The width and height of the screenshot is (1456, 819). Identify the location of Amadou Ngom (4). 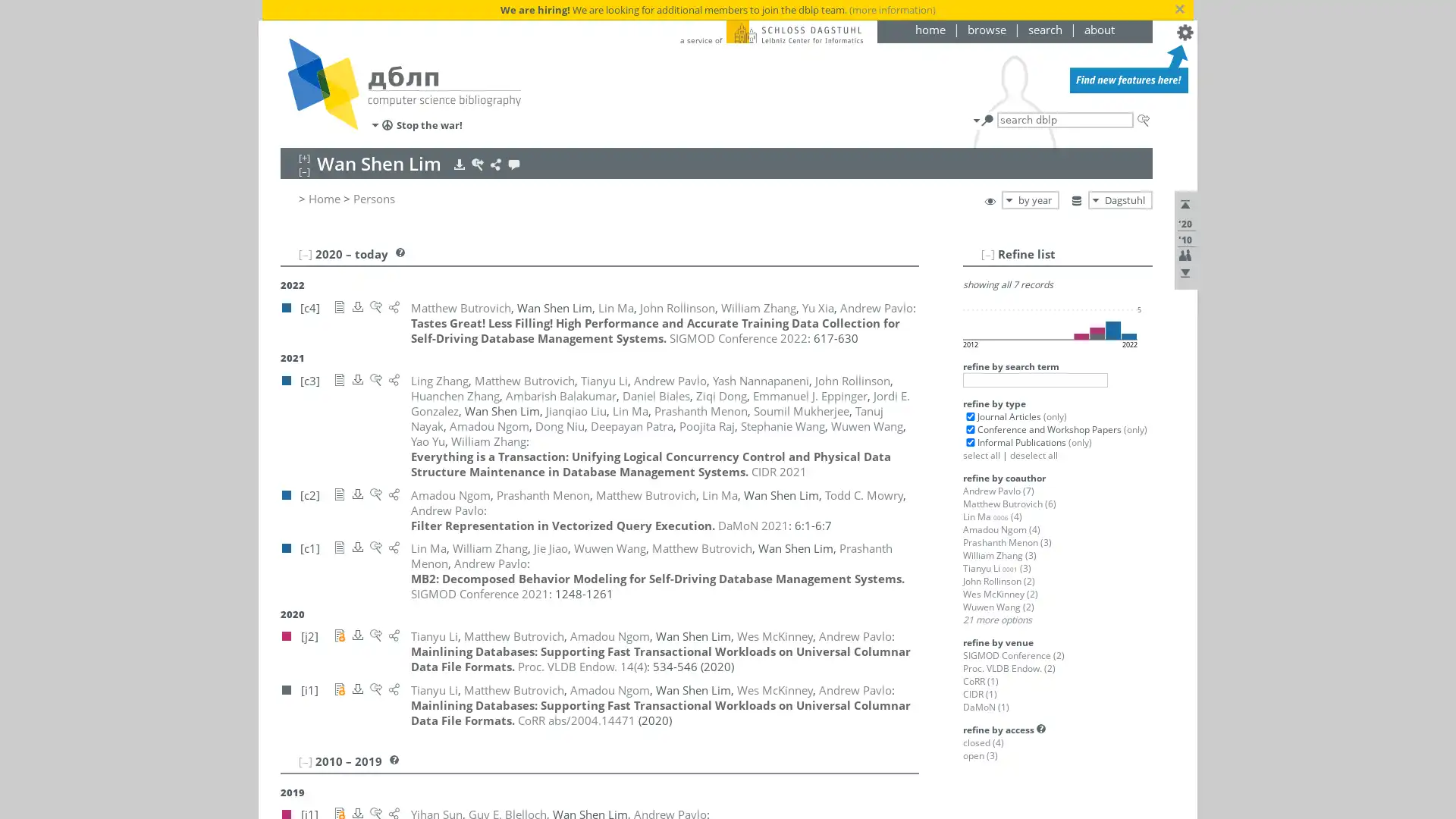
(1001, 529).